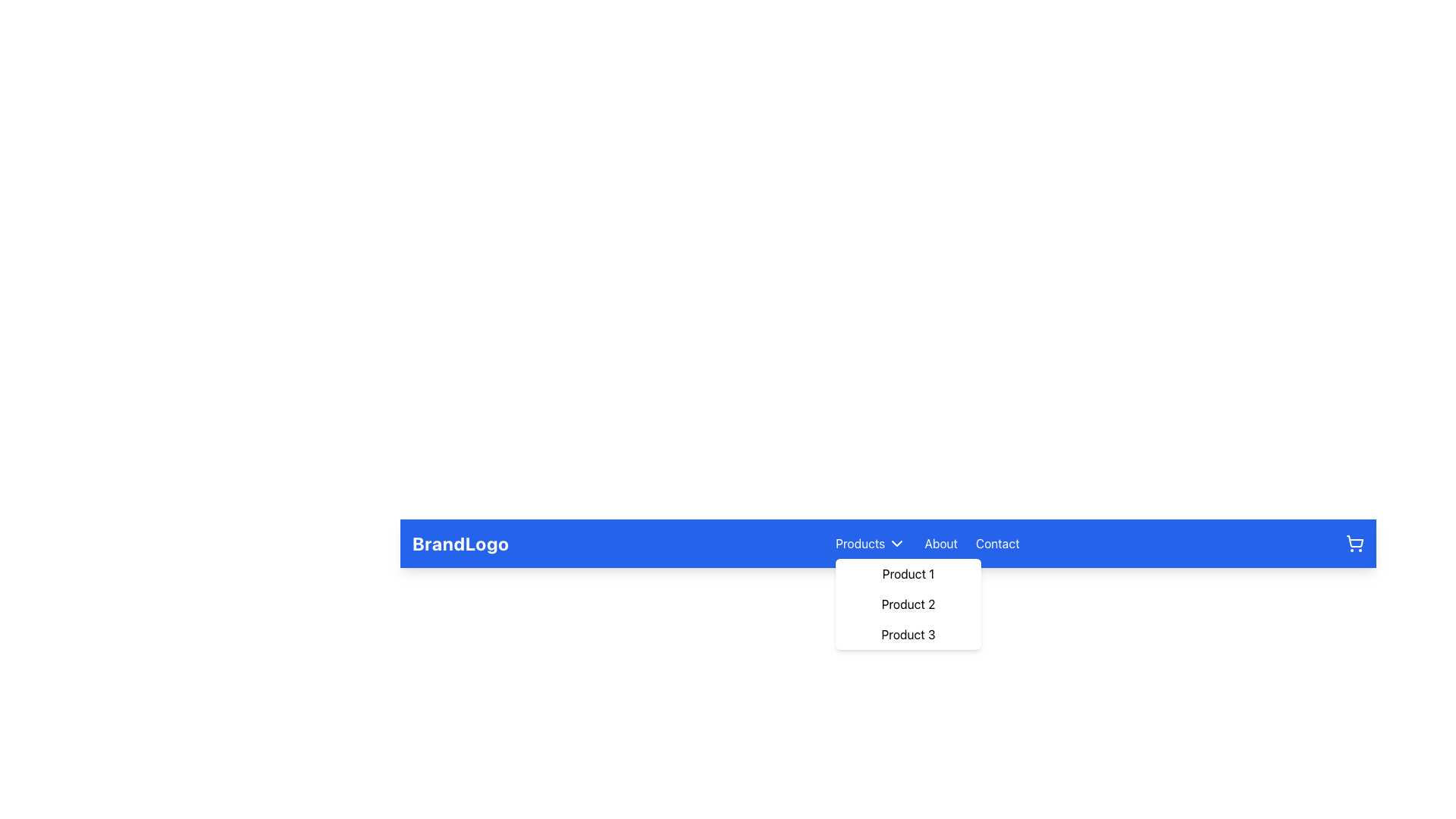 This screenshot has width=1456, height=819. What do you see at coordinates (908, 635) in the screenshot?
I see `the third interactive menu item in the 'Products' section, which is related to 'Product 3', to trigger the hover effect` at bounding box center [908, 635].